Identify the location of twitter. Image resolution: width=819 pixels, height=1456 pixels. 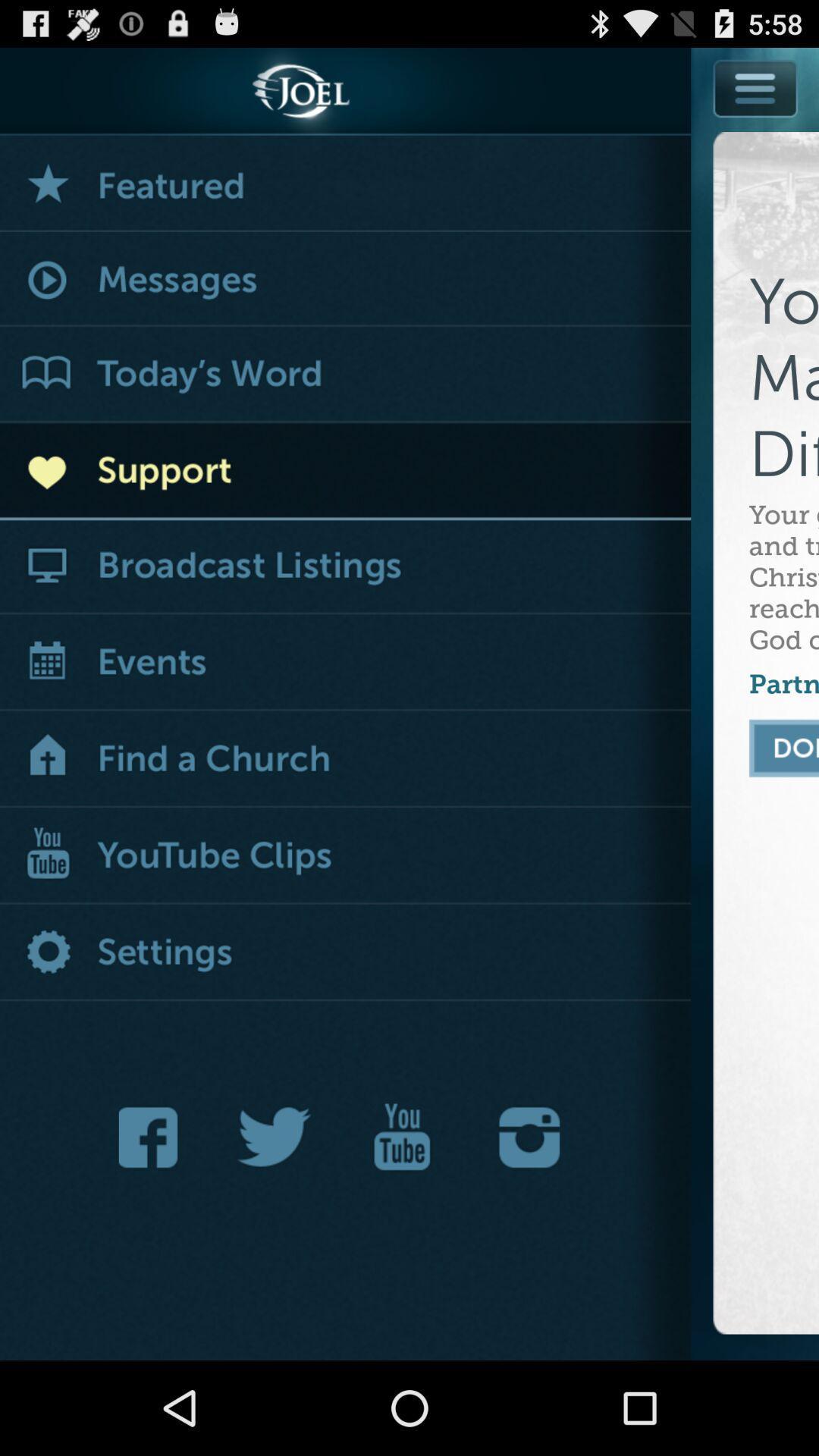
(275, 1137).